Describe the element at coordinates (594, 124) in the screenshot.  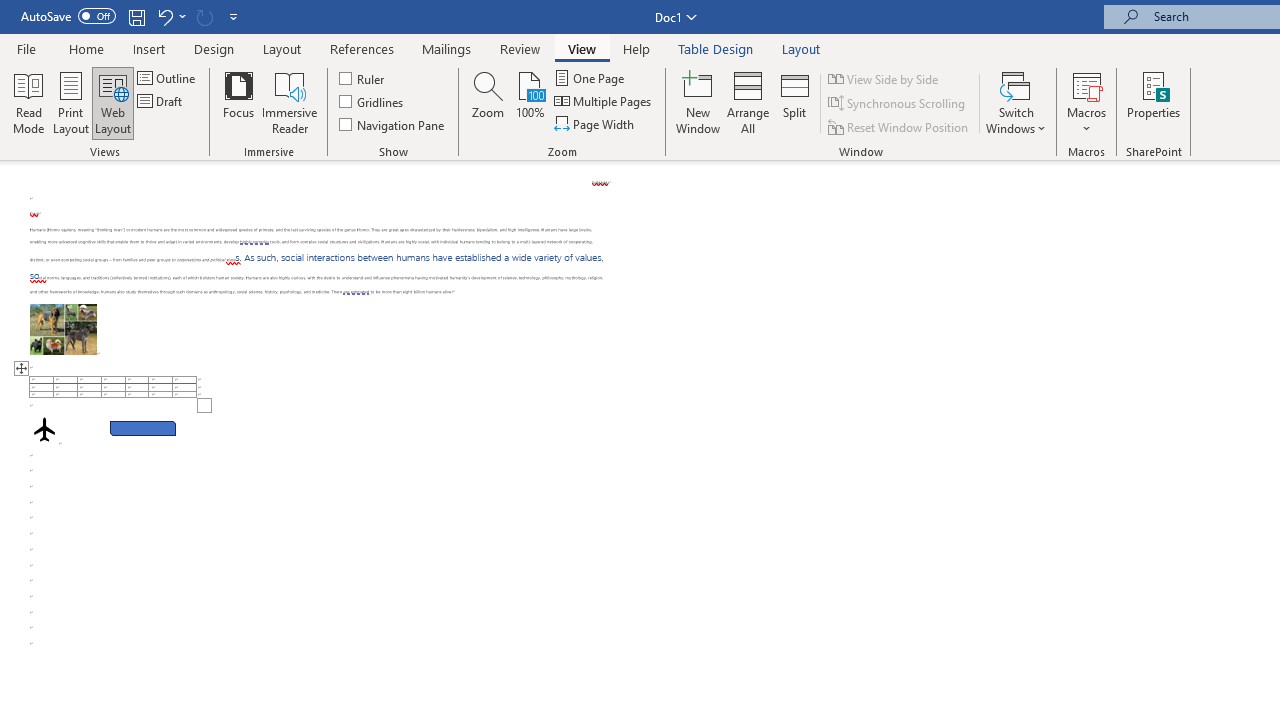
I see `'Page Width'` at that location.